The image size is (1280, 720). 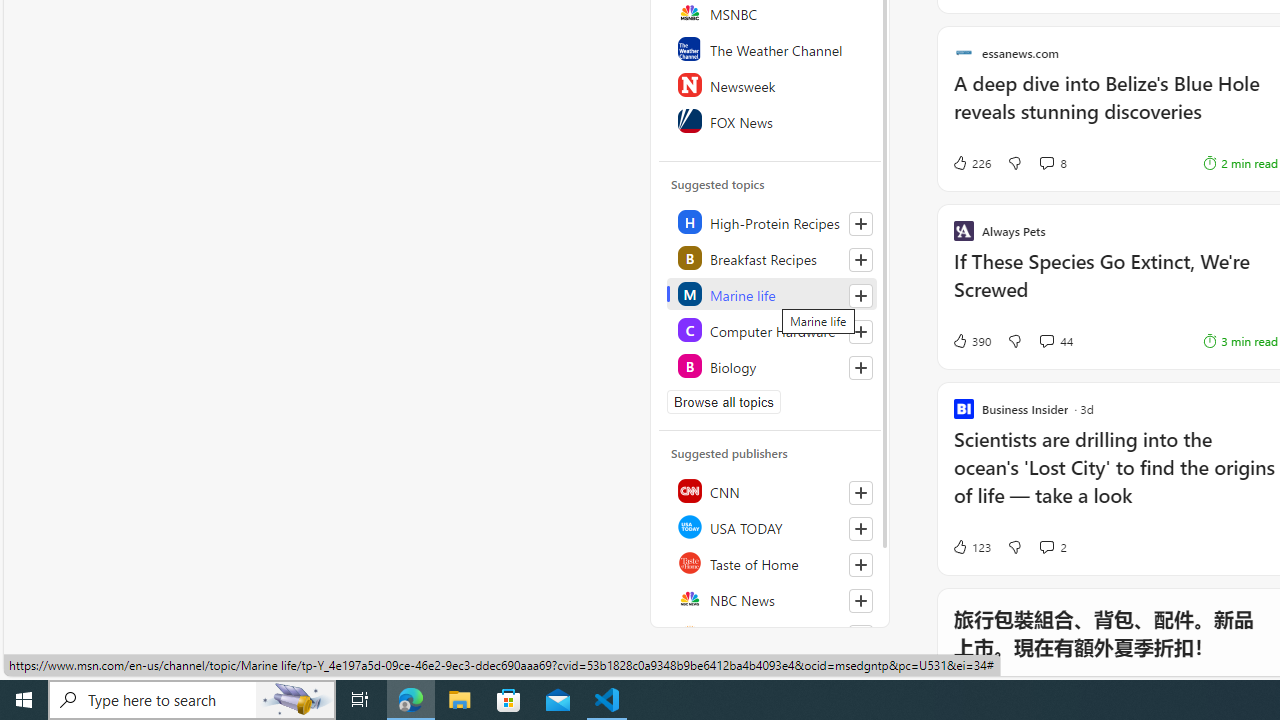 What do you see at coordinates (1045, 547) in the screenshot?
I see `'View comments 2 Comment'` at bounding box center [1045, 547].